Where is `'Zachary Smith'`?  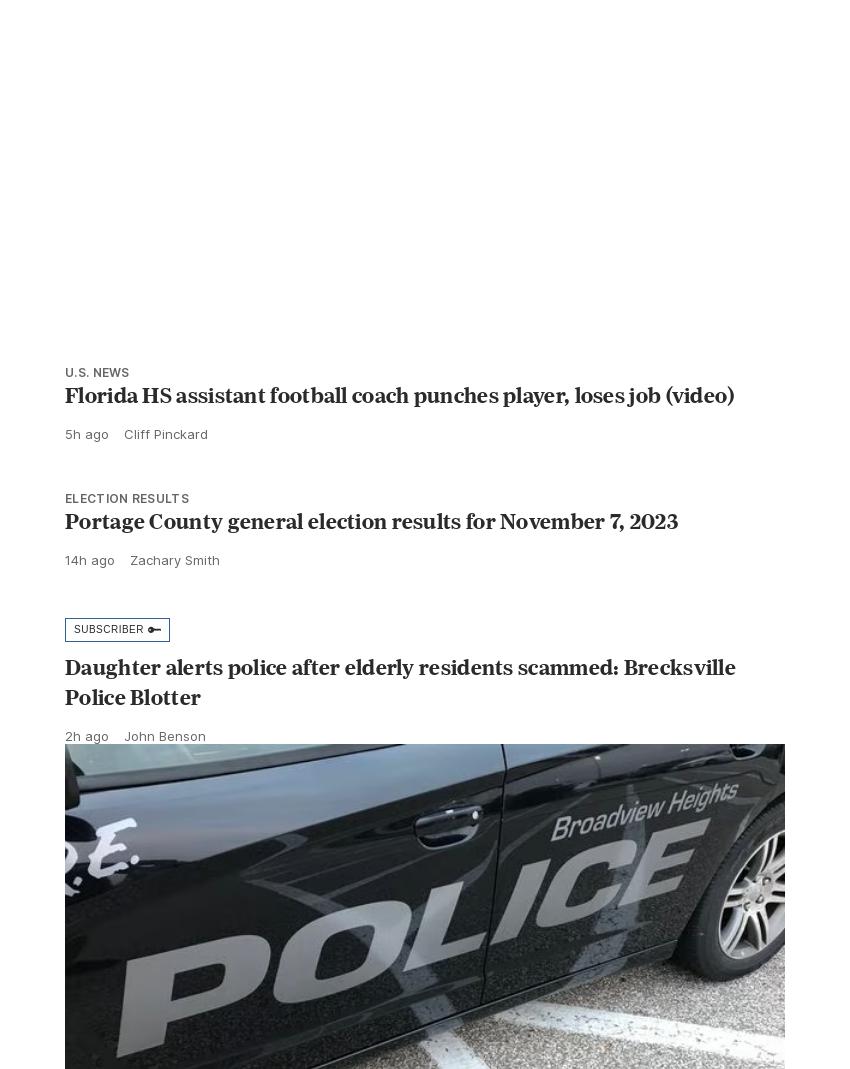 'Zachary Smith' is located at coordinates (174, 603).